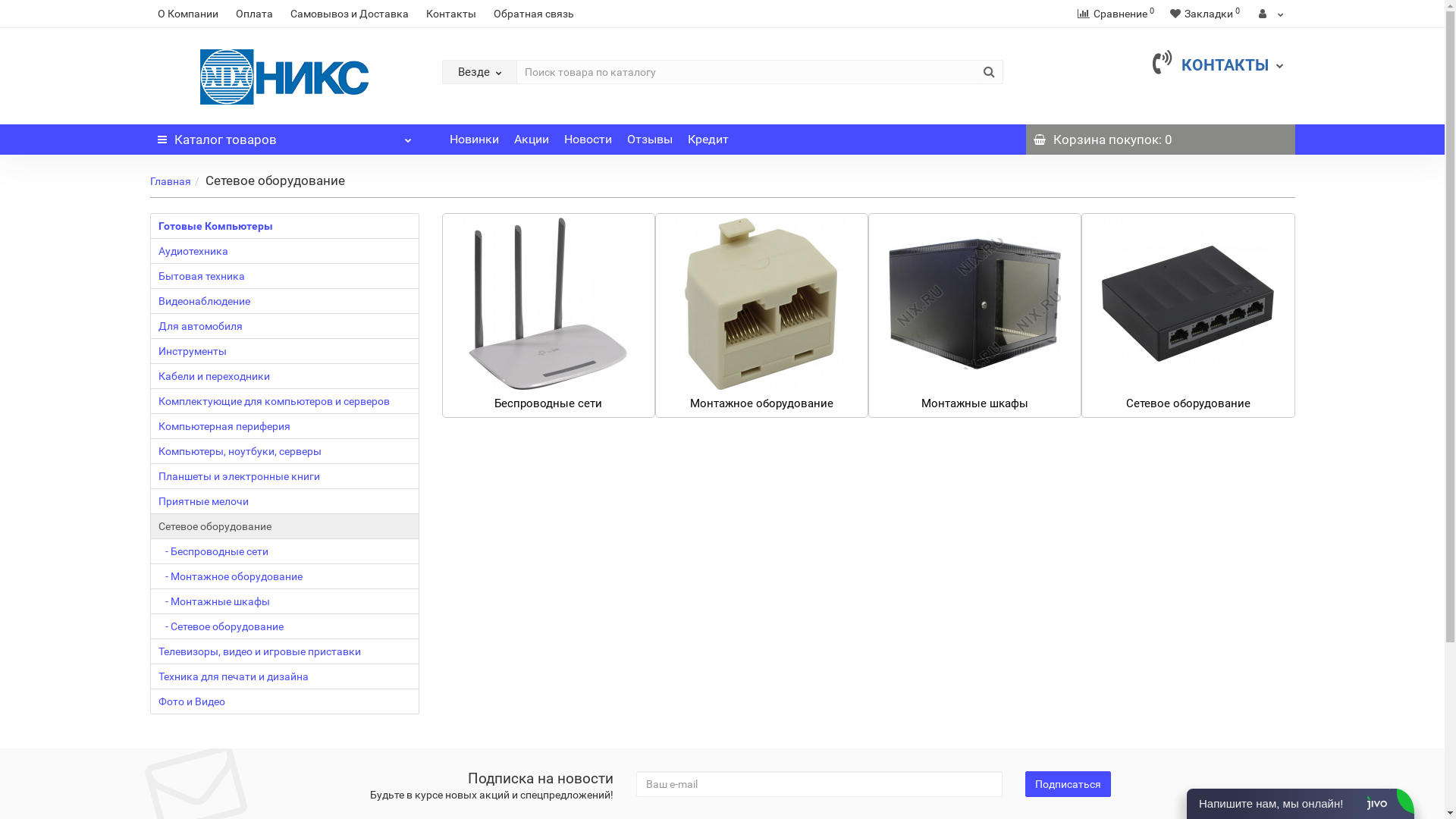 The height and width of the screenshot is (819, 1456). Describe the element at coordinates (284, 77) in the screenshot. I see `'nixpro.by'` at that location.